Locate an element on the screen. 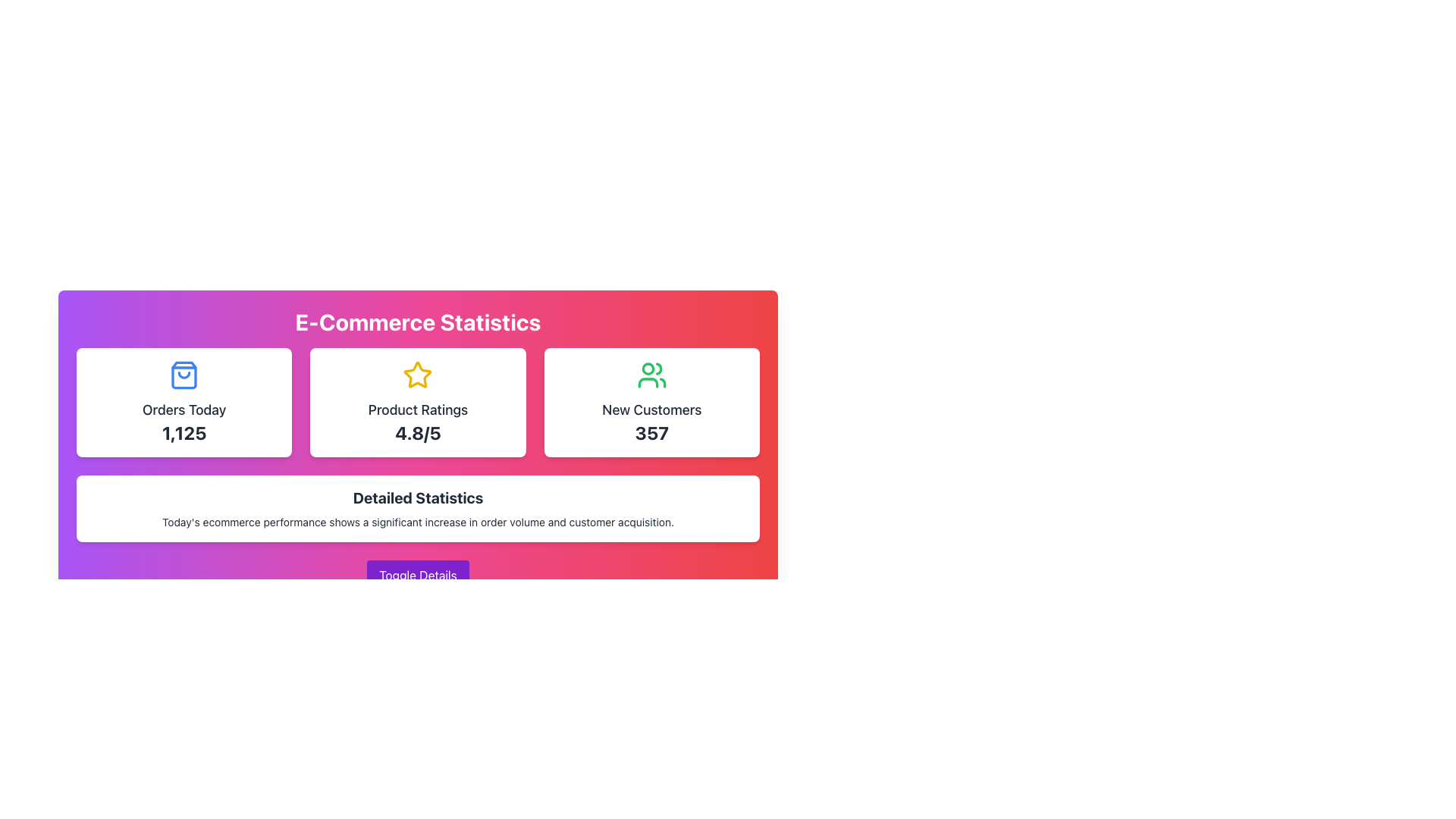  the star icon representing product ratings located in the 'Product Ratings' panel under 'E-Commerce Statistics', positioned between the 'Orders Today' and 'New Customers' panels is located at coordinates (418, 375).